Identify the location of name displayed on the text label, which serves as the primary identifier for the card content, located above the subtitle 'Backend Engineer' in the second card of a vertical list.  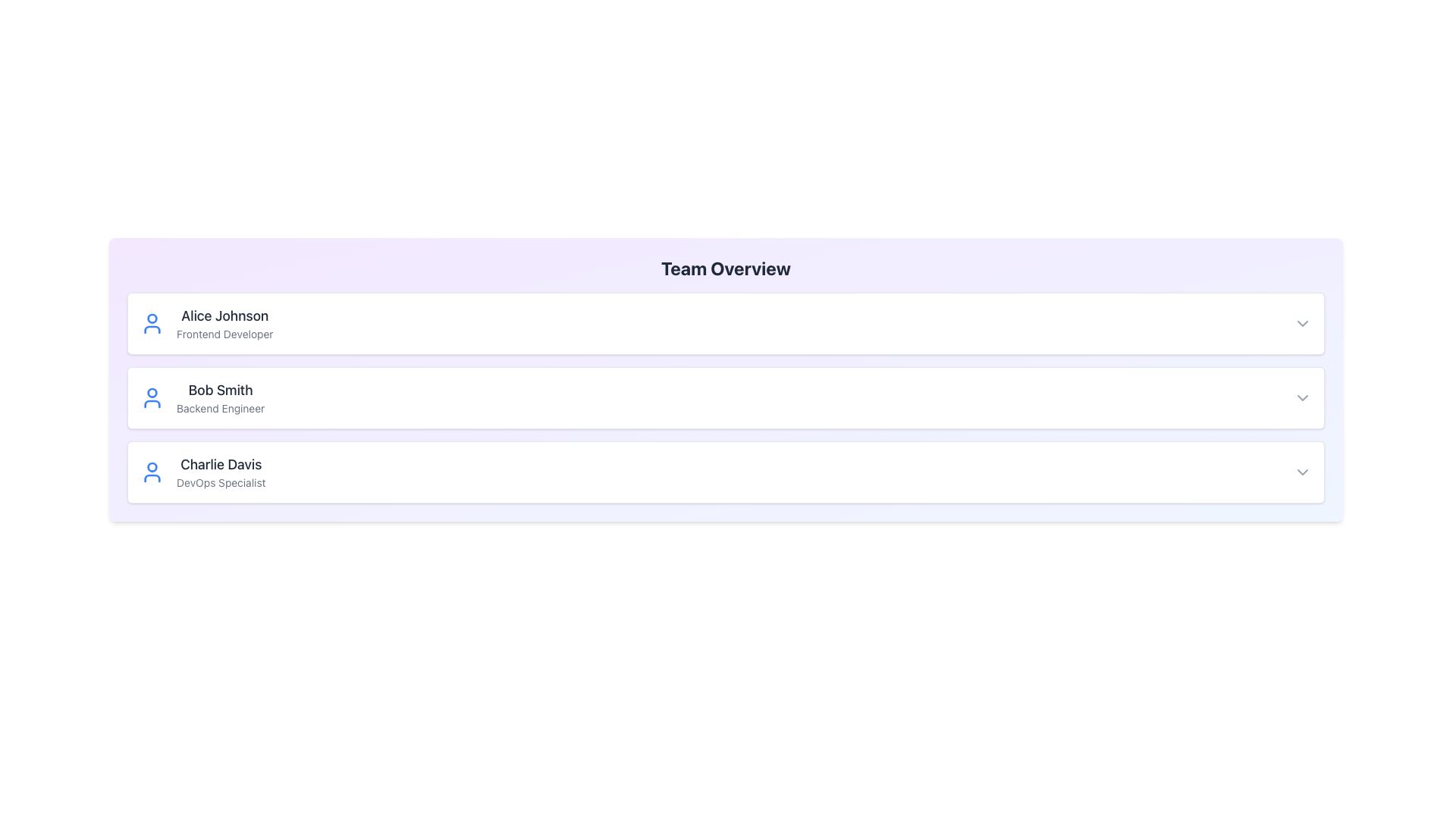
(220, 390).